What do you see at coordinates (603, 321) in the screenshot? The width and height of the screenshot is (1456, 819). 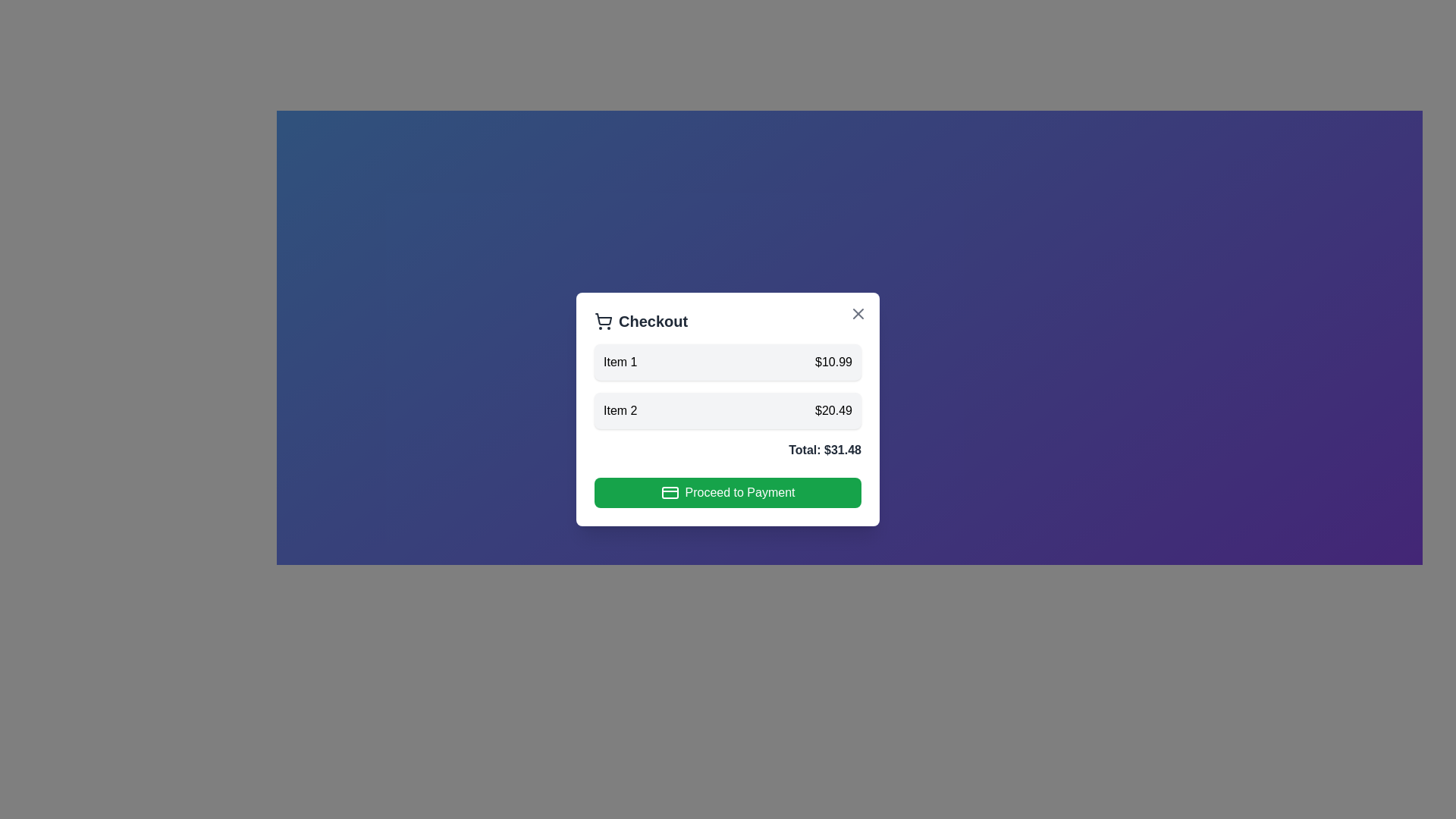 I see `shopping cart icon located at the top center of the interface, positioned immediately to the left of the 'Checkout' text` at bounding box center [603, 321].